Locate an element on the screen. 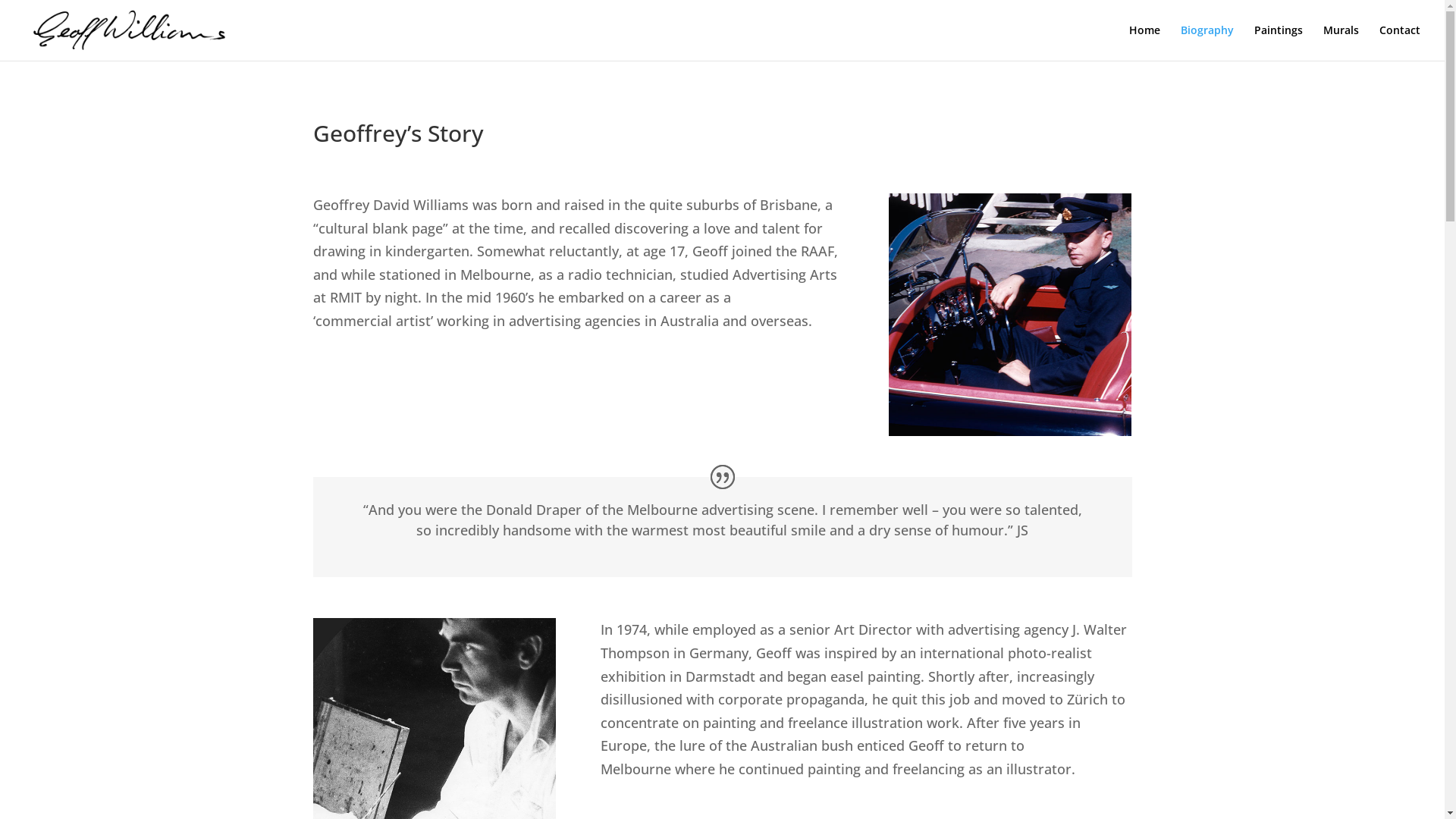  'Contact' is located at coordinates (1379, 42).